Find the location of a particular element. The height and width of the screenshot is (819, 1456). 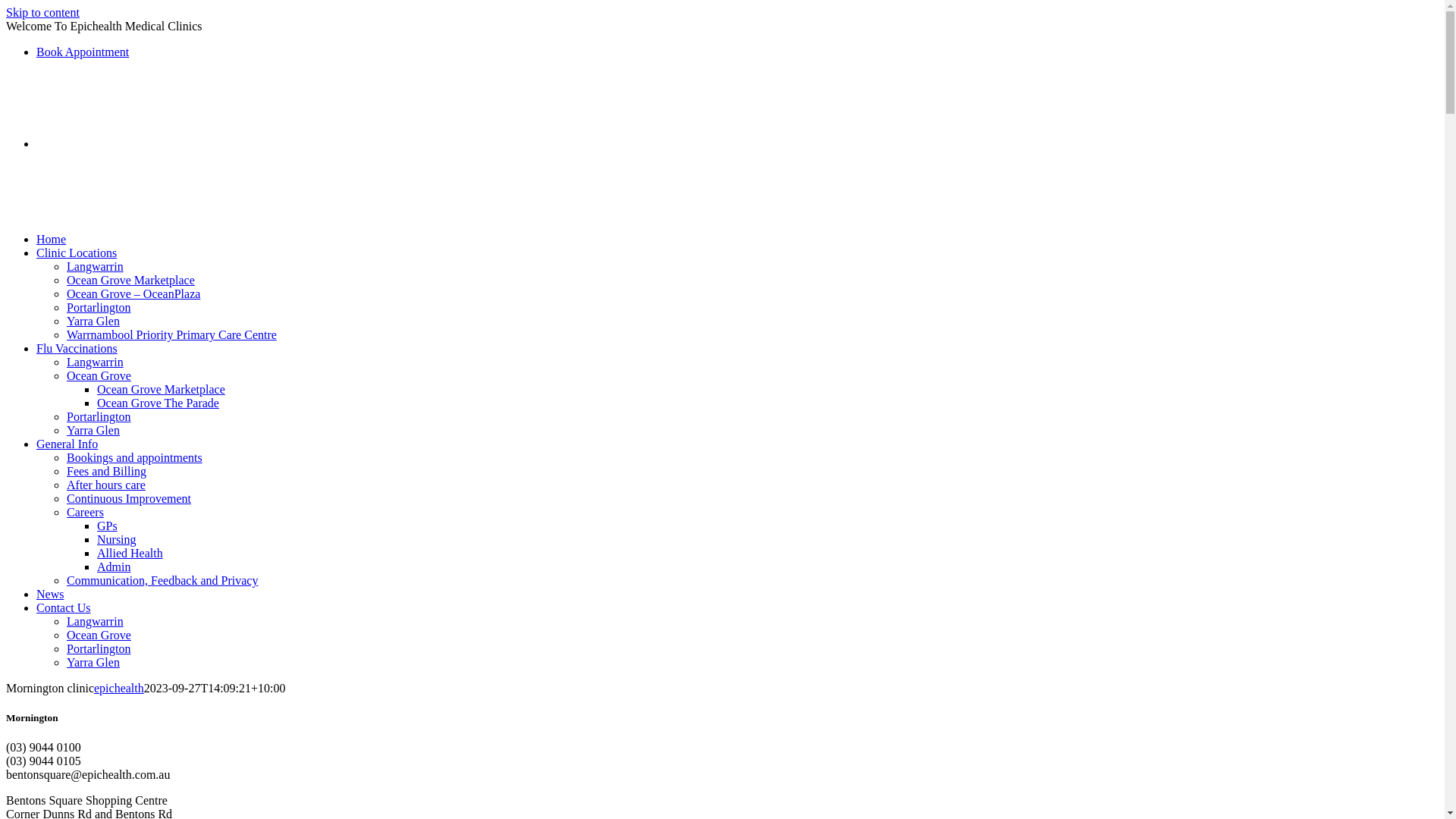

'GPs' is located at coordinates (106, 525).